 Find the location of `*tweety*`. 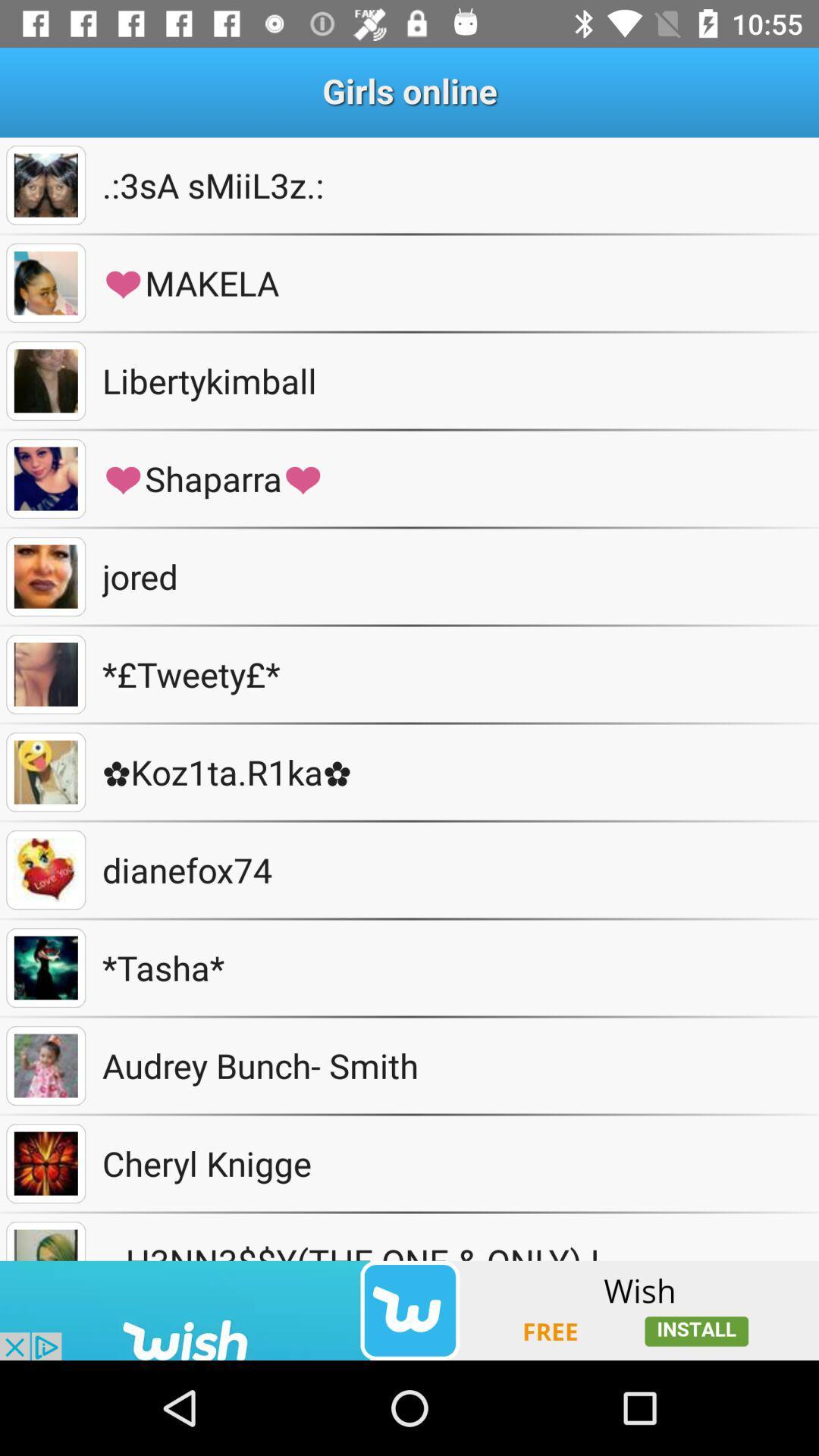

*tweety* is located at coordinates (45, 673).